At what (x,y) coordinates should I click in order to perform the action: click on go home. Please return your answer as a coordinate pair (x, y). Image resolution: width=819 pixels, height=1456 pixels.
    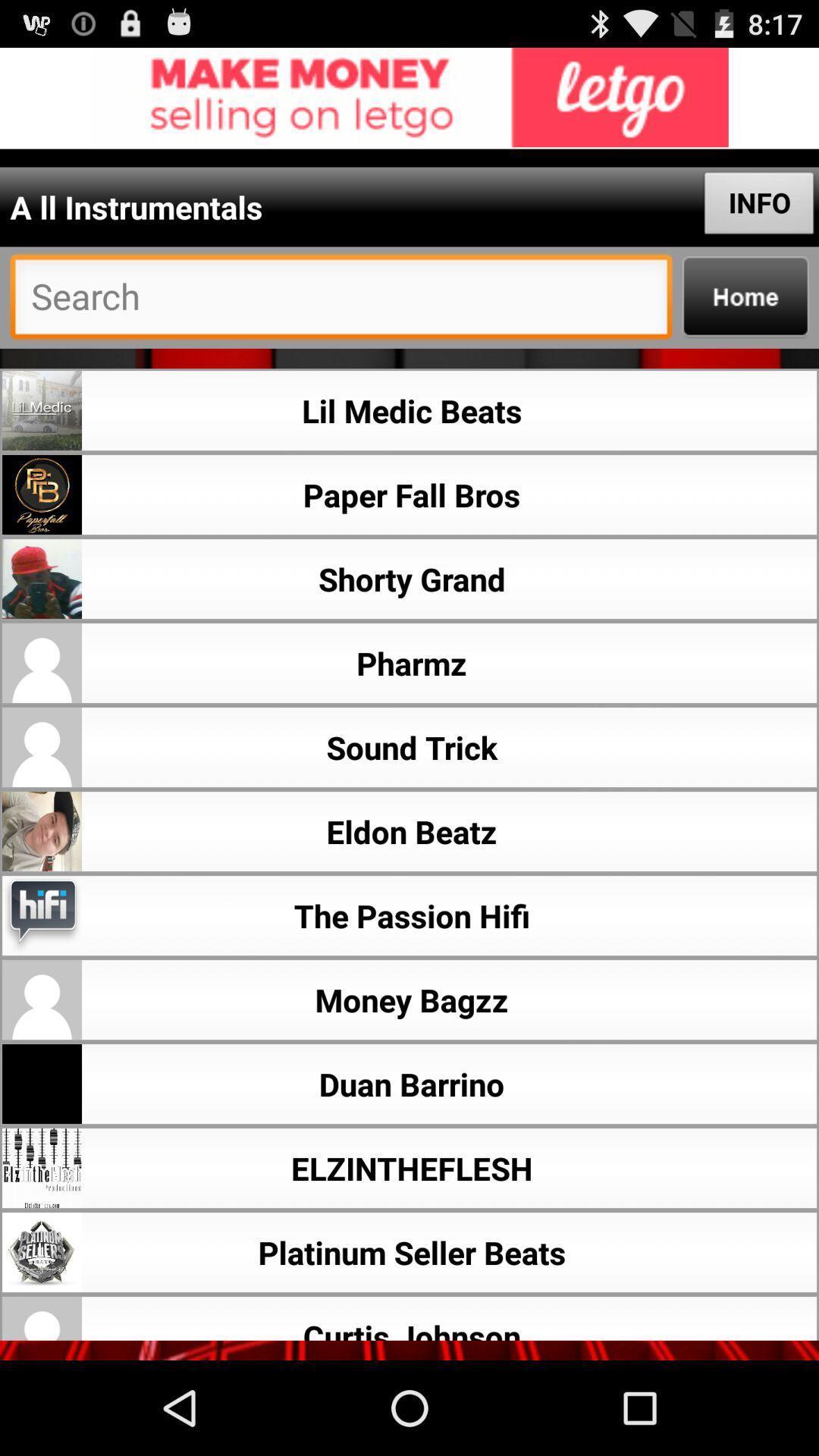
    Looking at the image, I should click on (745, 297).